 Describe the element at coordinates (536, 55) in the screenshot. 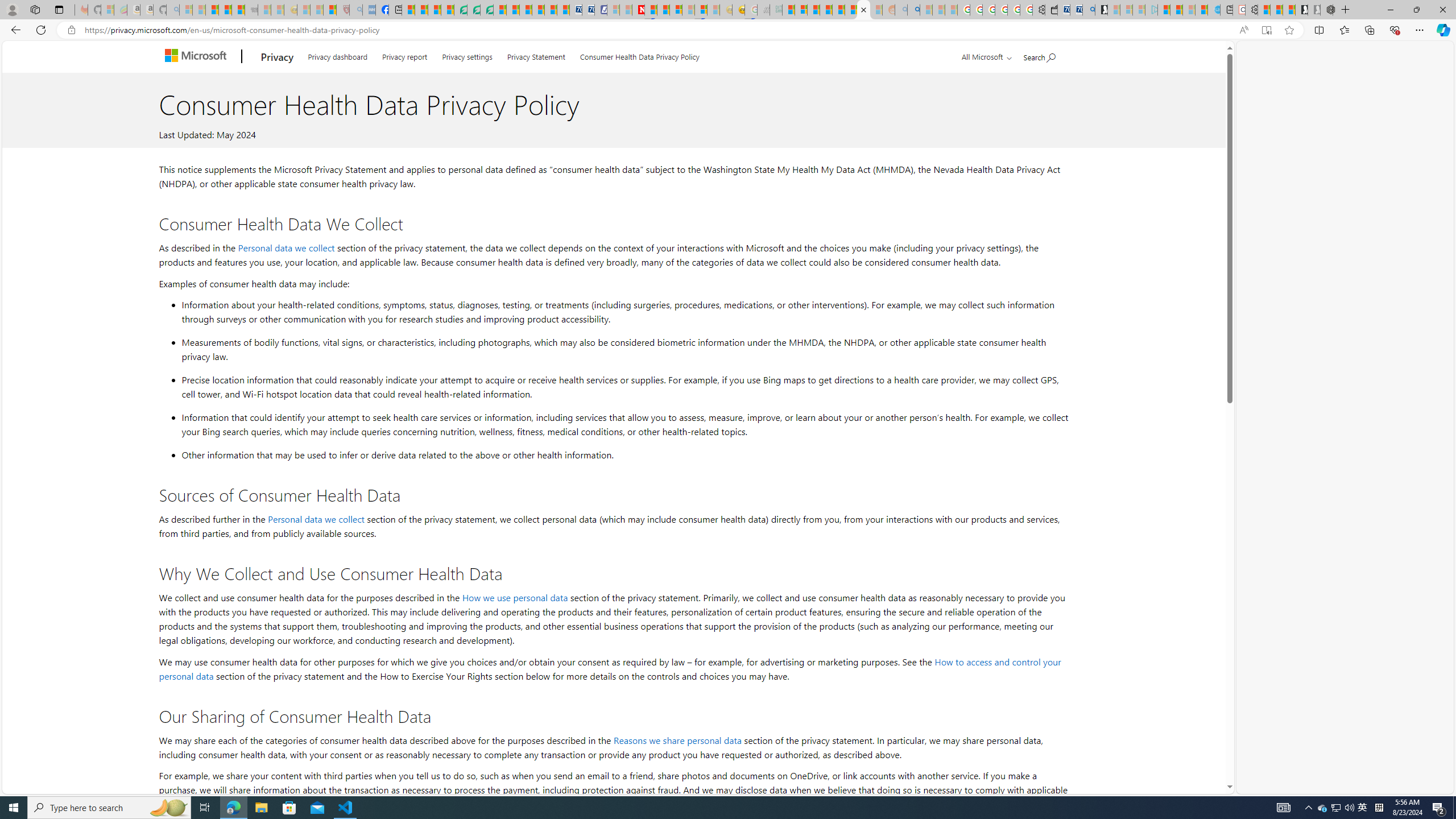

I see `'Privacy Statement'` at that location.